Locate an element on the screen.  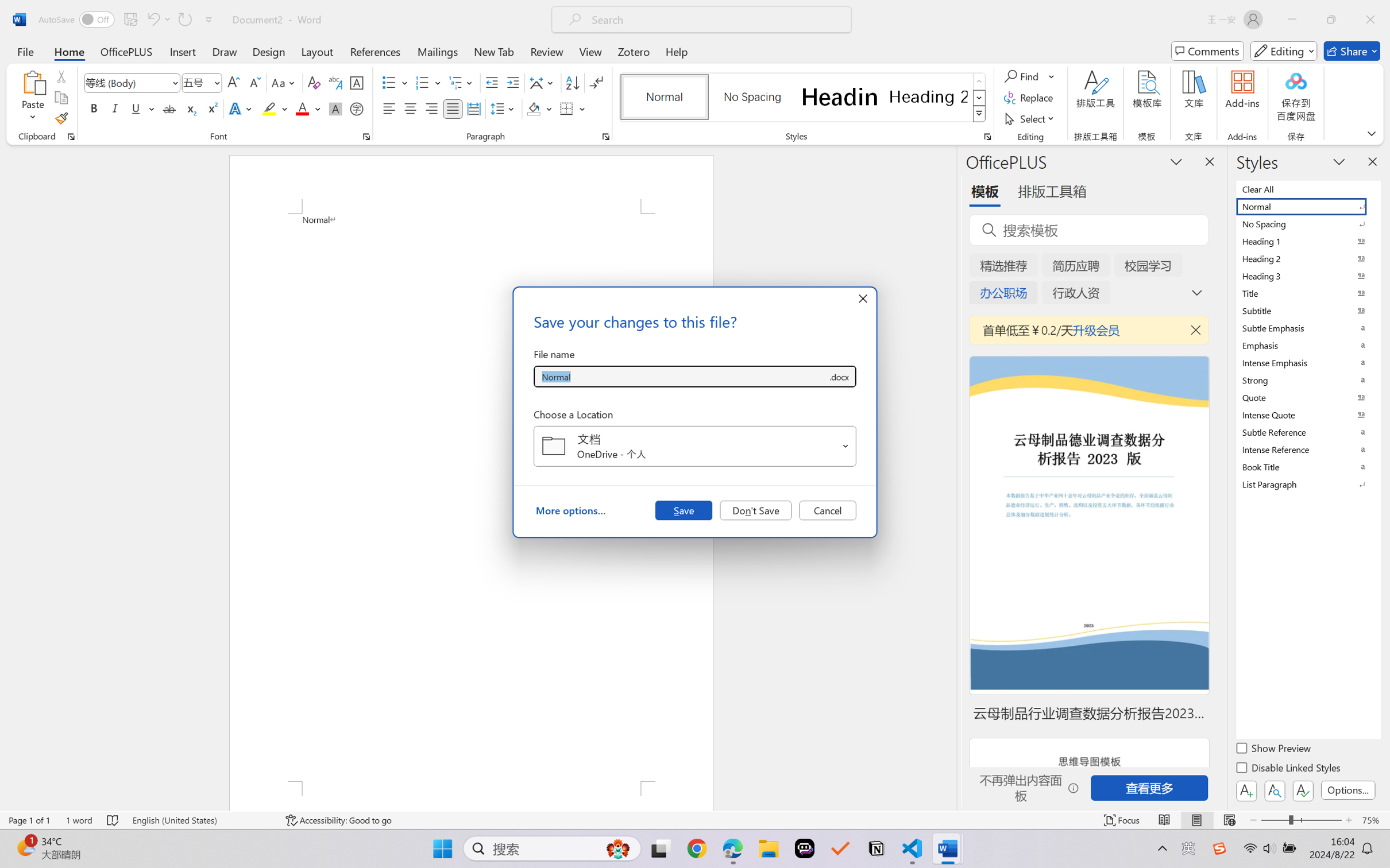
'Web Layout' is located at coordinates (1229, 820).